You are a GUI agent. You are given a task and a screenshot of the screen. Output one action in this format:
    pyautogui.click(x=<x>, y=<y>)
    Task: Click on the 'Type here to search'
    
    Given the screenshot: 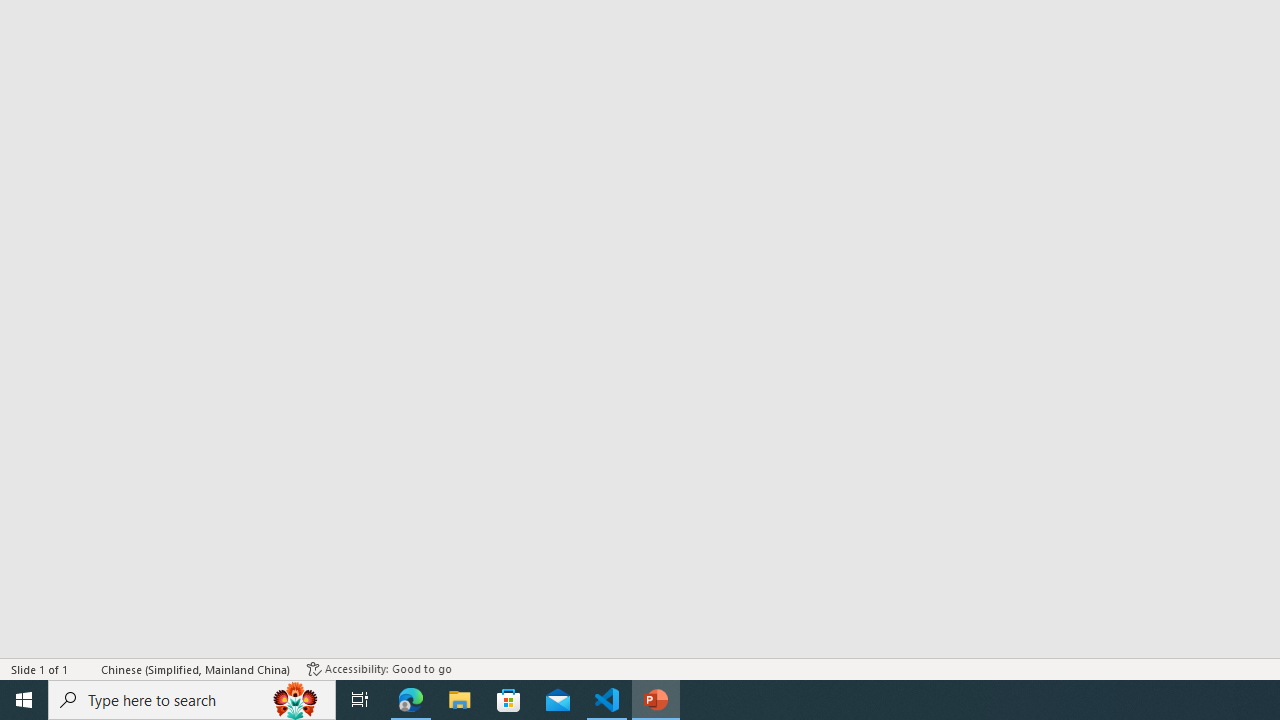 What is the action you would take?
    pyautogui.click(x=192, y=698)
    